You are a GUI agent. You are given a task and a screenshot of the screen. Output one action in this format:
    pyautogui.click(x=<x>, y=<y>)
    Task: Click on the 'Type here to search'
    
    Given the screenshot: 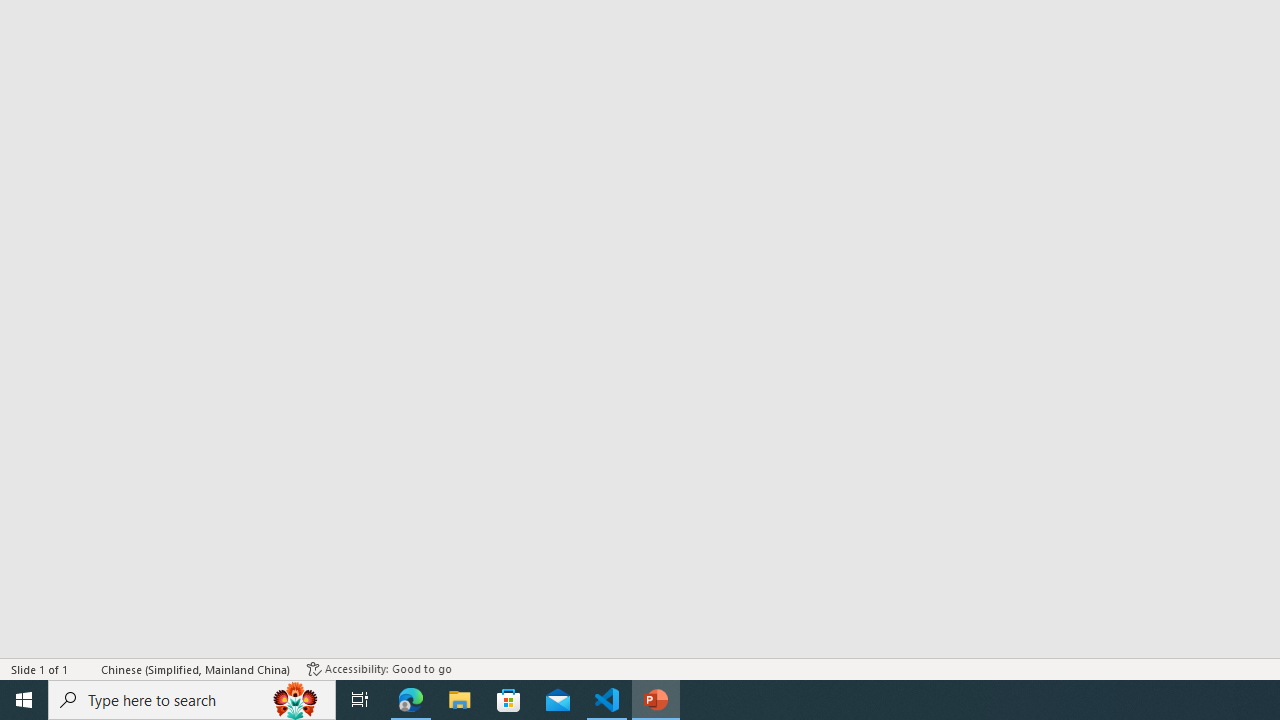 What is the action you would take?
    pyautogui.click(x=192, y=698)
    